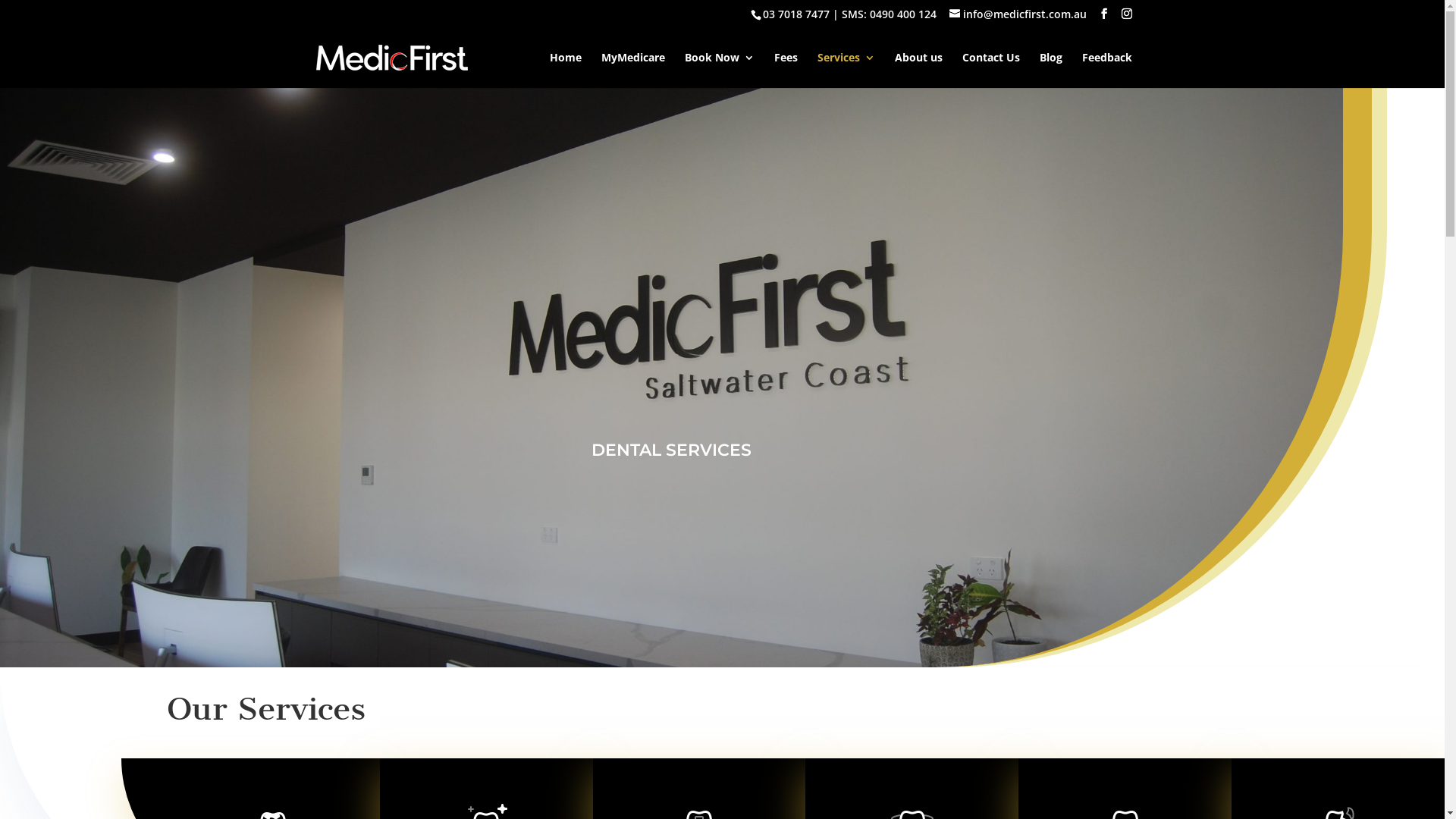 The height and width of the screenshot is (819, 1456). I want to click on 'Blog', so click(1050, 70).